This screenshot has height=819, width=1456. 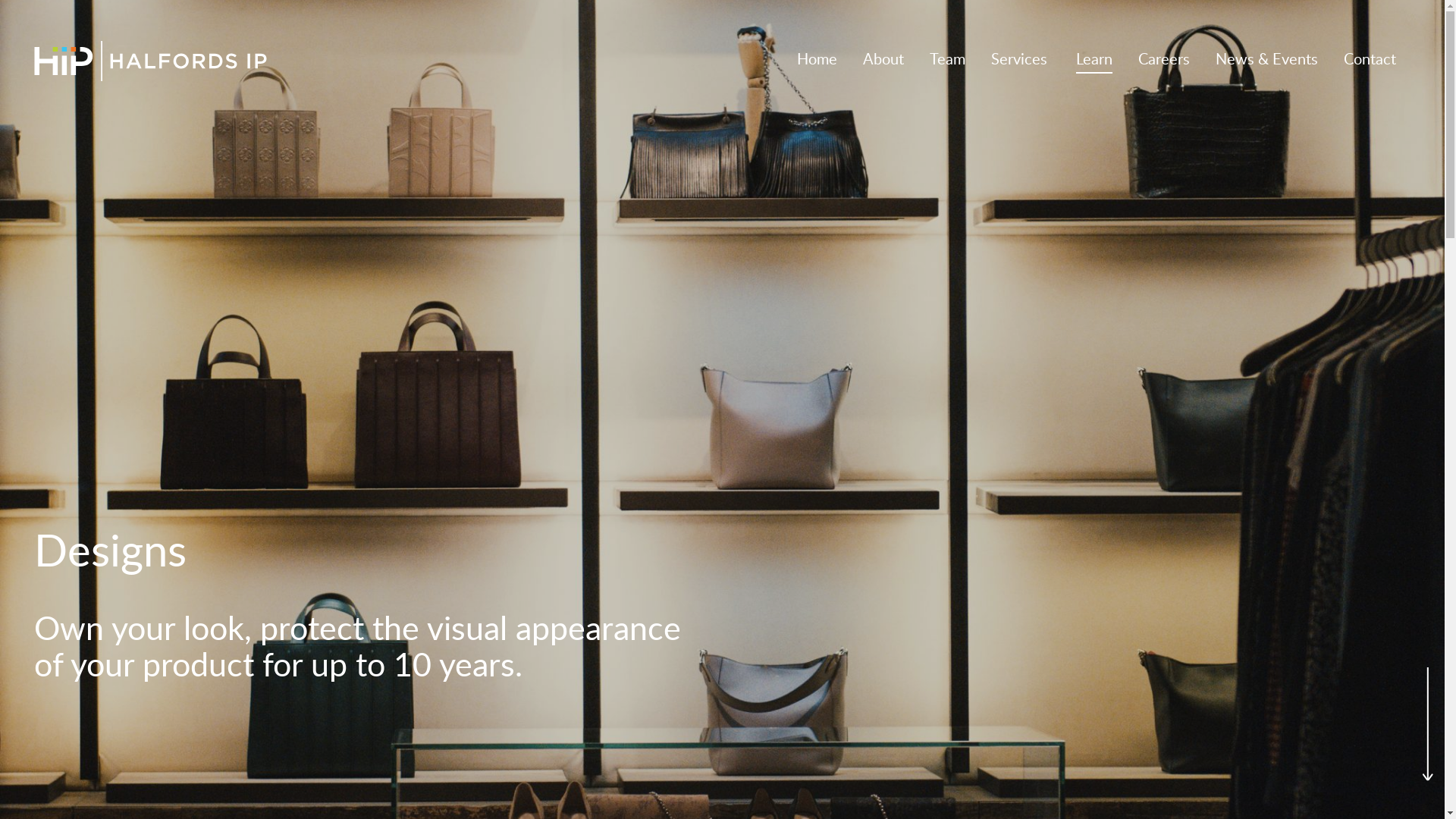 What do you see at coordinates (1019, 60) in the screenshot?
I see `'Services'` at bounding box center [1019, 60].